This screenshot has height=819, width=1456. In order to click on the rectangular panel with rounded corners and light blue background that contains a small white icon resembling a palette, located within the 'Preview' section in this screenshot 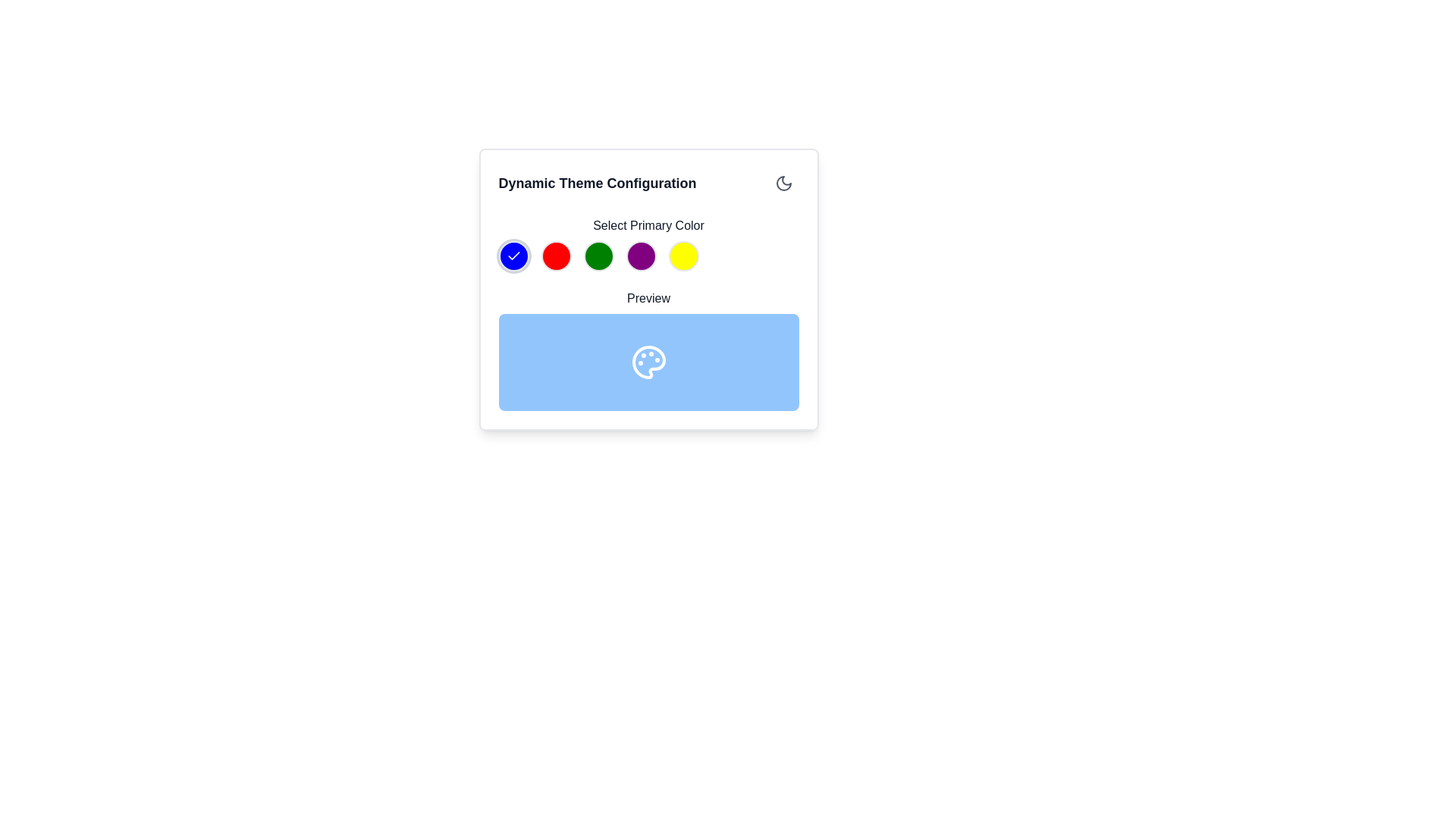, I will do `click(648, 362)`.